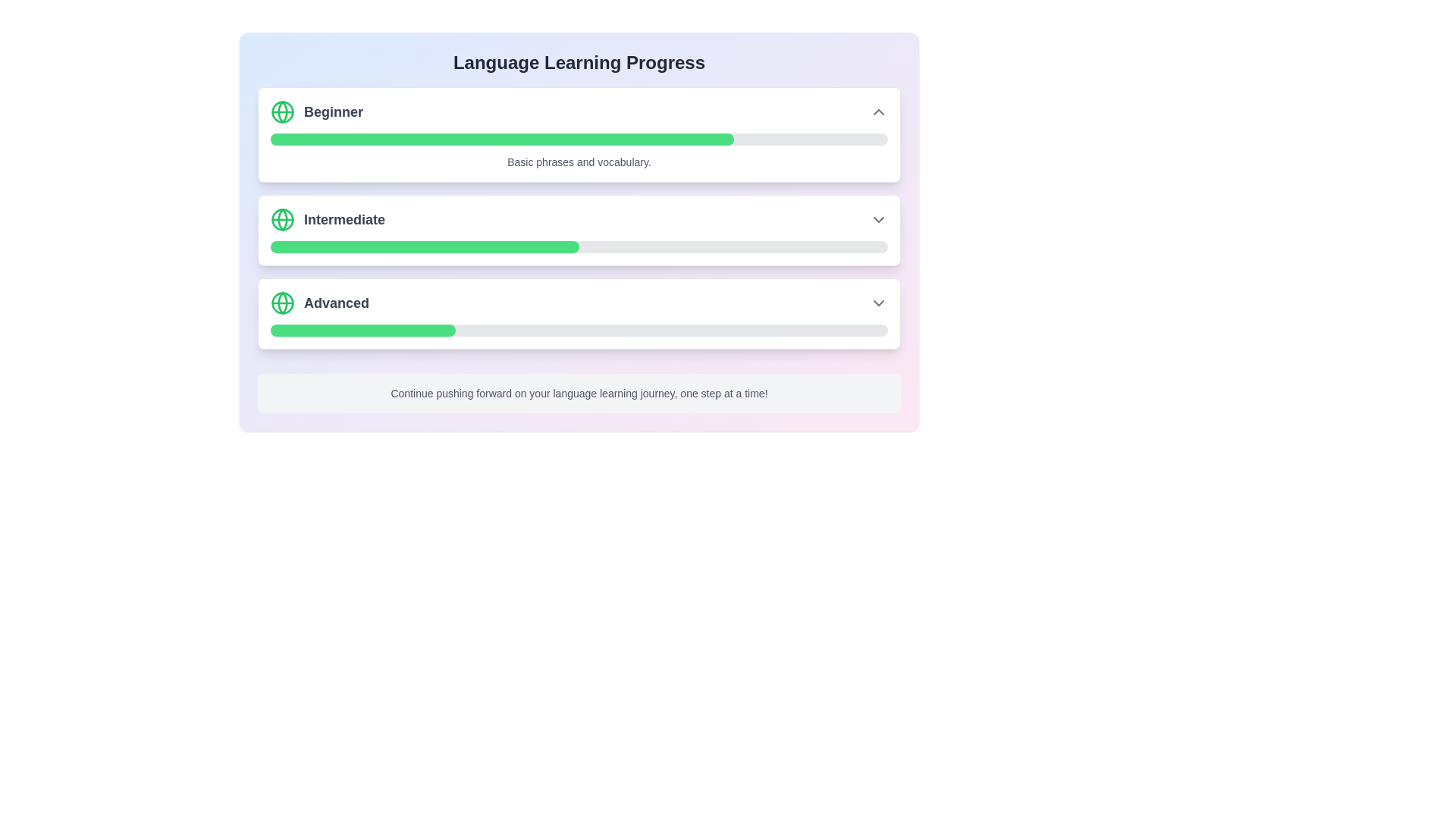 The height and width of the screenshot is (819, 1456). Describe the element at coordinates (362, 329) in the screenshot. I see `the progress visually on the Progress Bar indicating 30% completion for the 'Advanced' level` at that location.